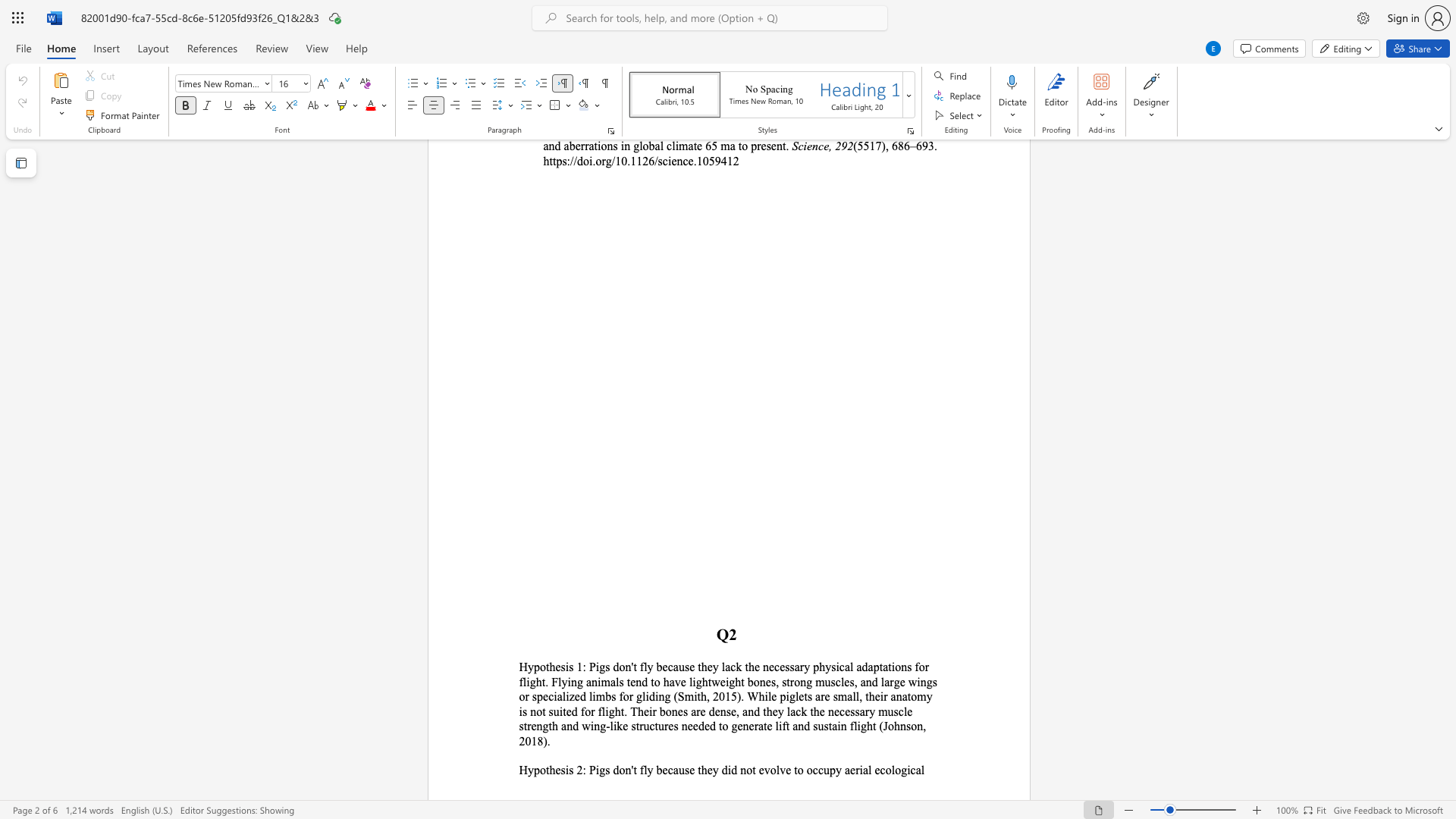  Describe the element at coordinates (797, 725) in the screenshot. I see `the subset text "nd sustain flight (Johnson" within the text "e strength and wing-like structures needed to generate lift and sustain flight (Johnson, 2018)."` at that location.